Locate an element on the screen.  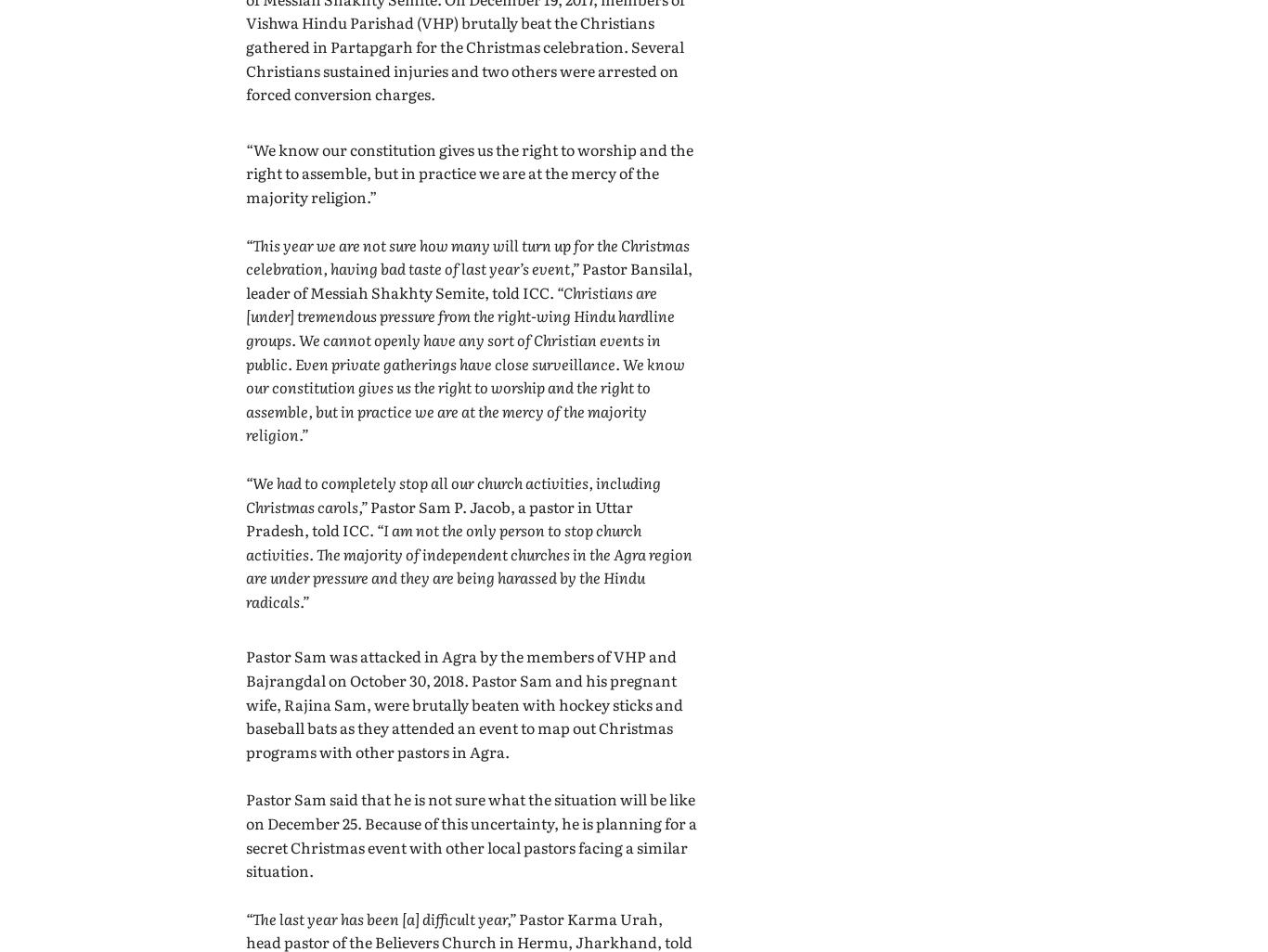
'Pastor Sam P. Jacob, a pastor in Uttar Pradesh, told ICC.' is located at coordinates (246, 518).